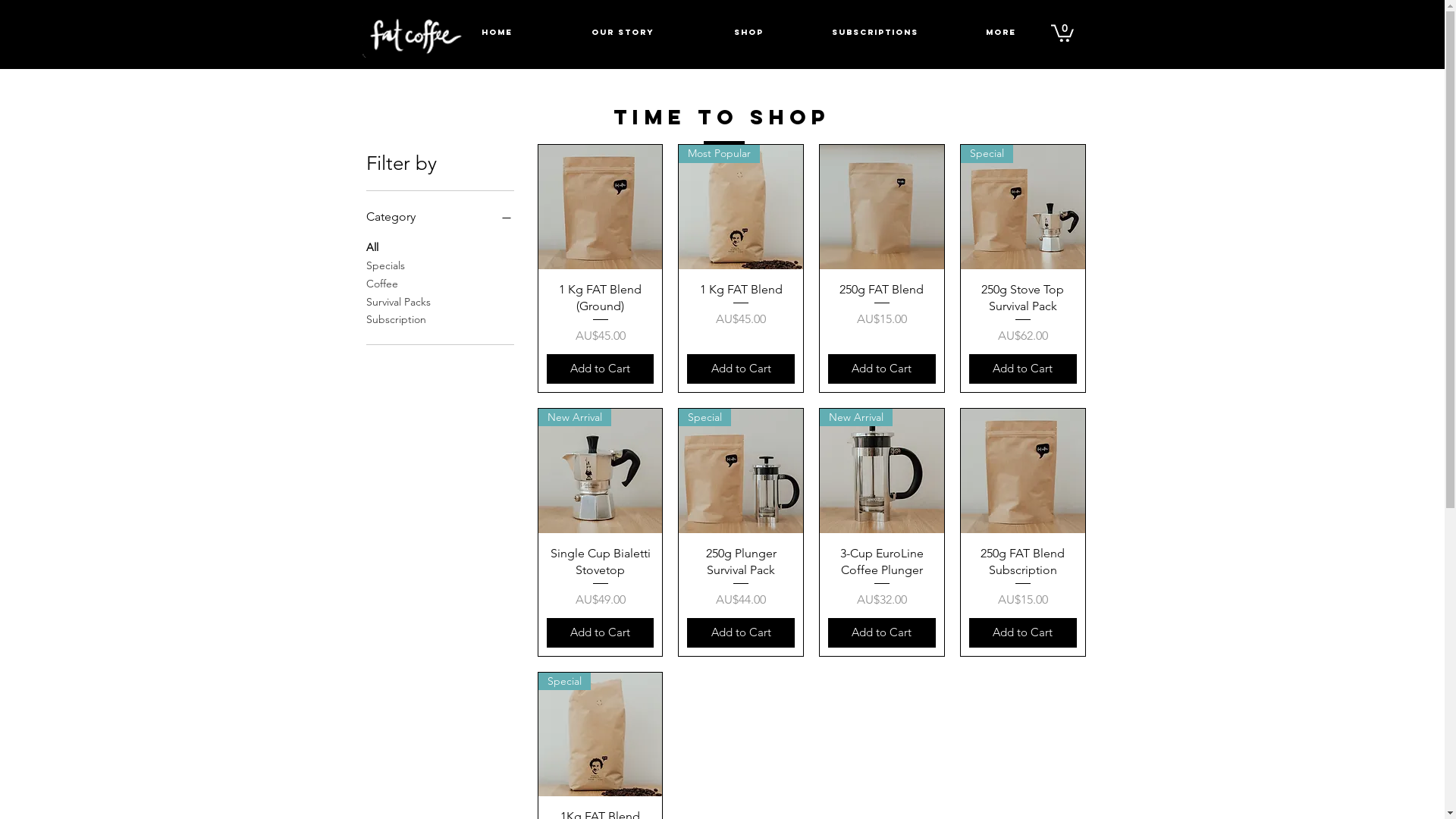 This screenshot has width=1456, height=819. Describe the element at coordinates (1062, 32) in the screenshot. I see `'0'` at that location.